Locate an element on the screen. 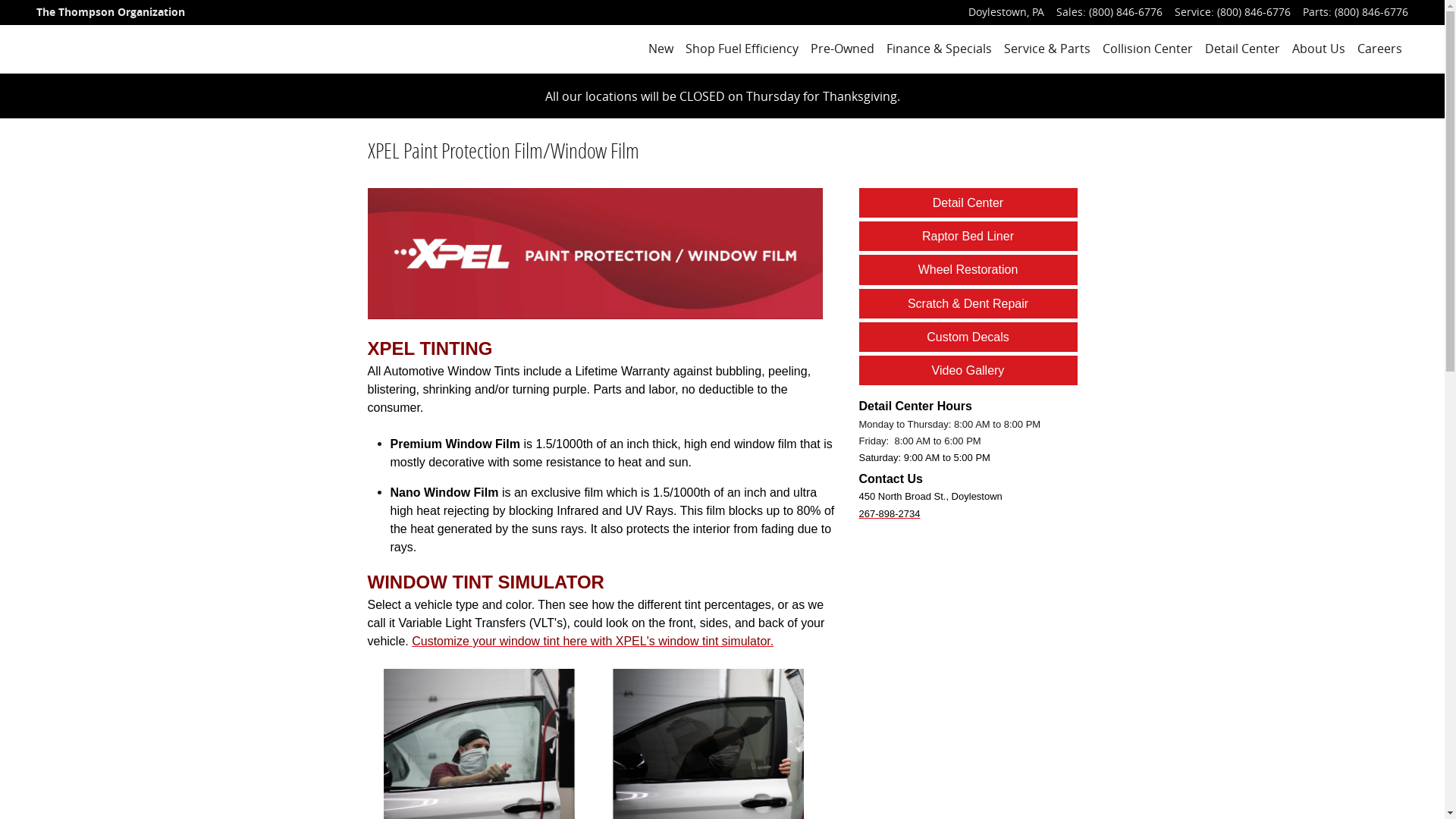  'Detail Center' is located at coordinates (967, 202).